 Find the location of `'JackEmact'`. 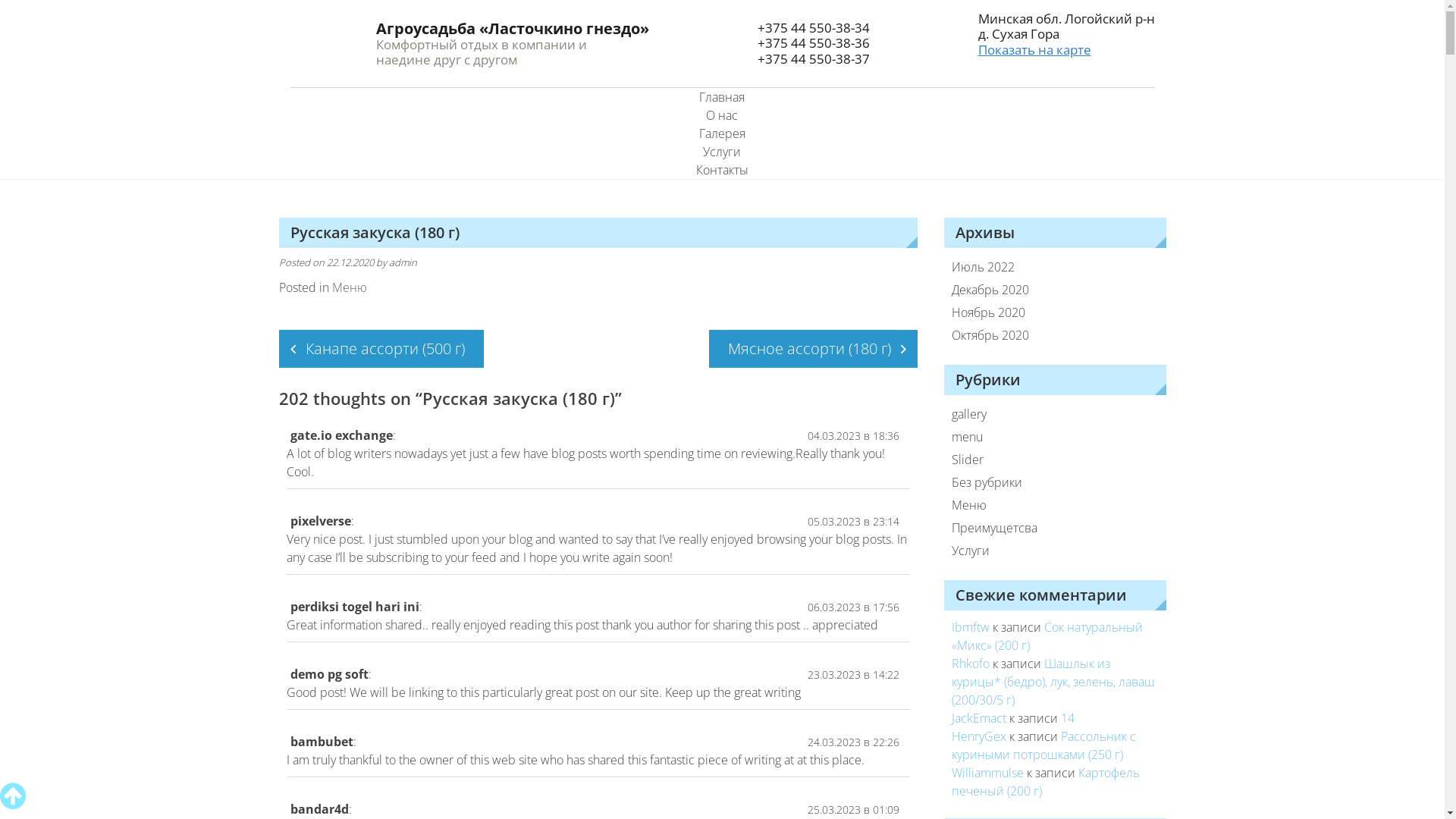

'JackEmact' is located at coordinates (979, 717).